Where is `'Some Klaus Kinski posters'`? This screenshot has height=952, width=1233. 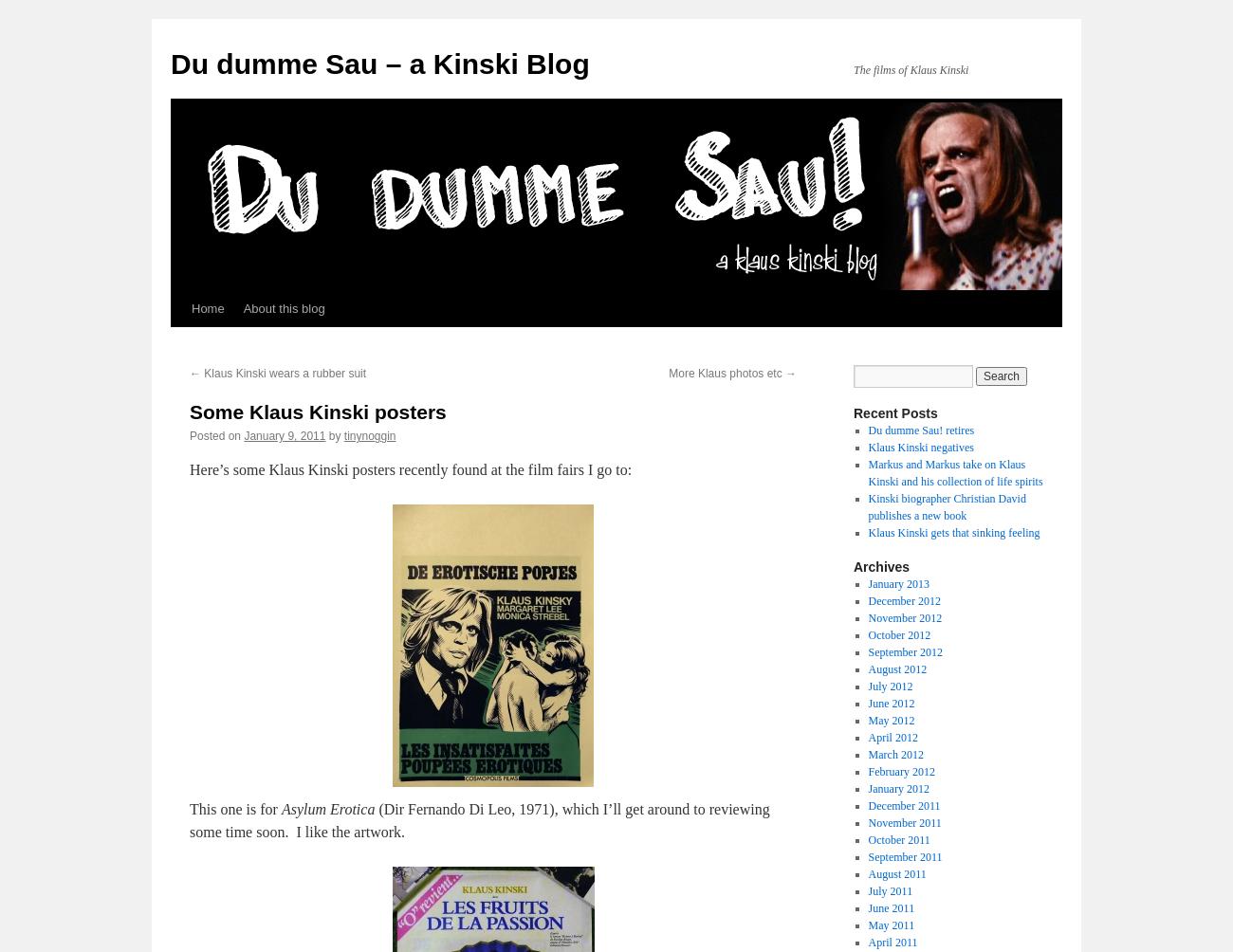
'Some Klaus Kinski posters' is located at coordinates (317, 411).